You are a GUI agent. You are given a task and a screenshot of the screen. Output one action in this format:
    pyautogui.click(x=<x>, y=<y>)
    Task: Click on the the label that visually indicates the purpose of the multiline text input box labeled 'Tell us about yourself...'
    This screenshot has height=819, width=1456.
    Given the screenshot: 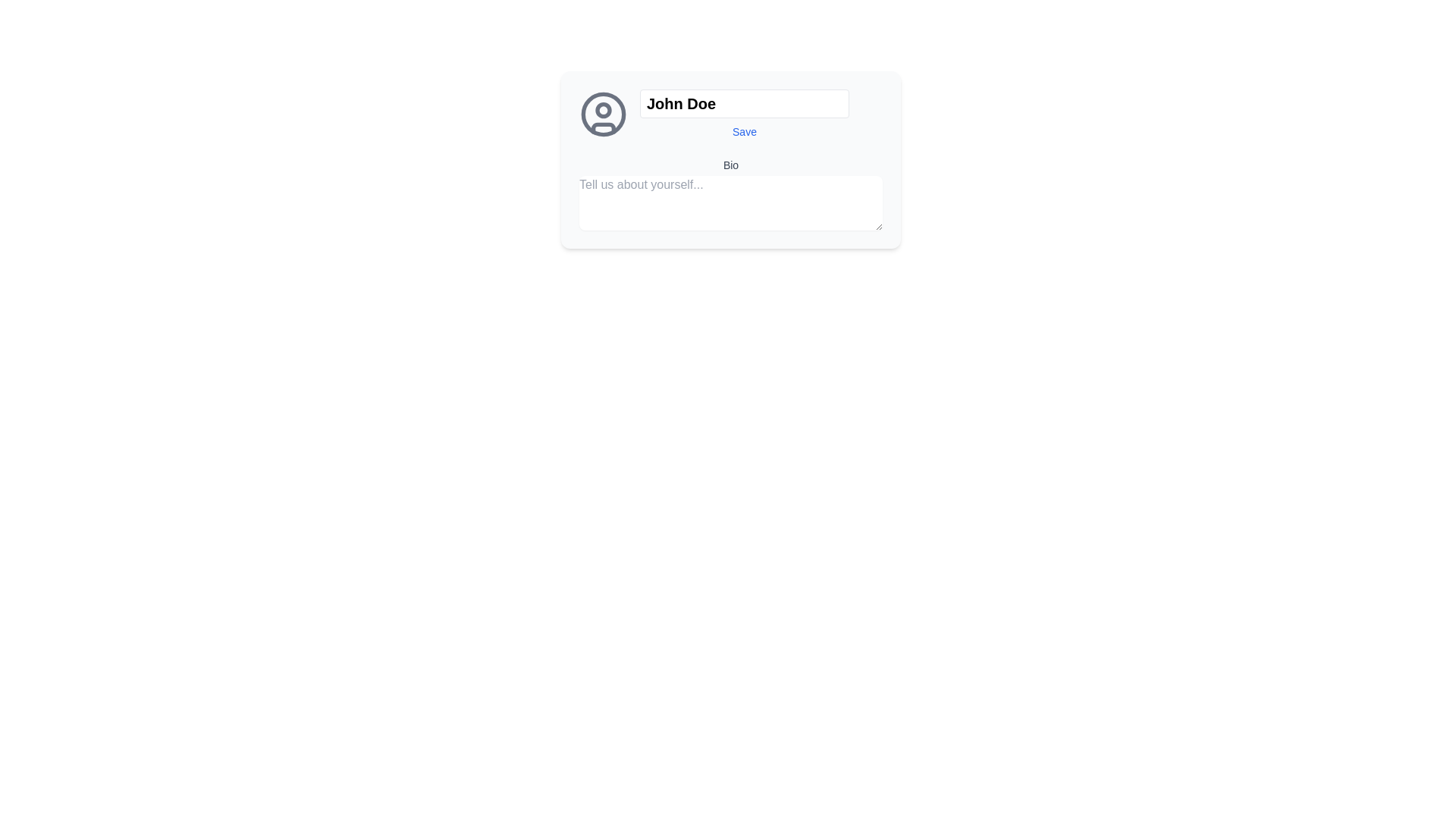 What is the action you would take?
    pyautogui.click(x=731, y=165)
    